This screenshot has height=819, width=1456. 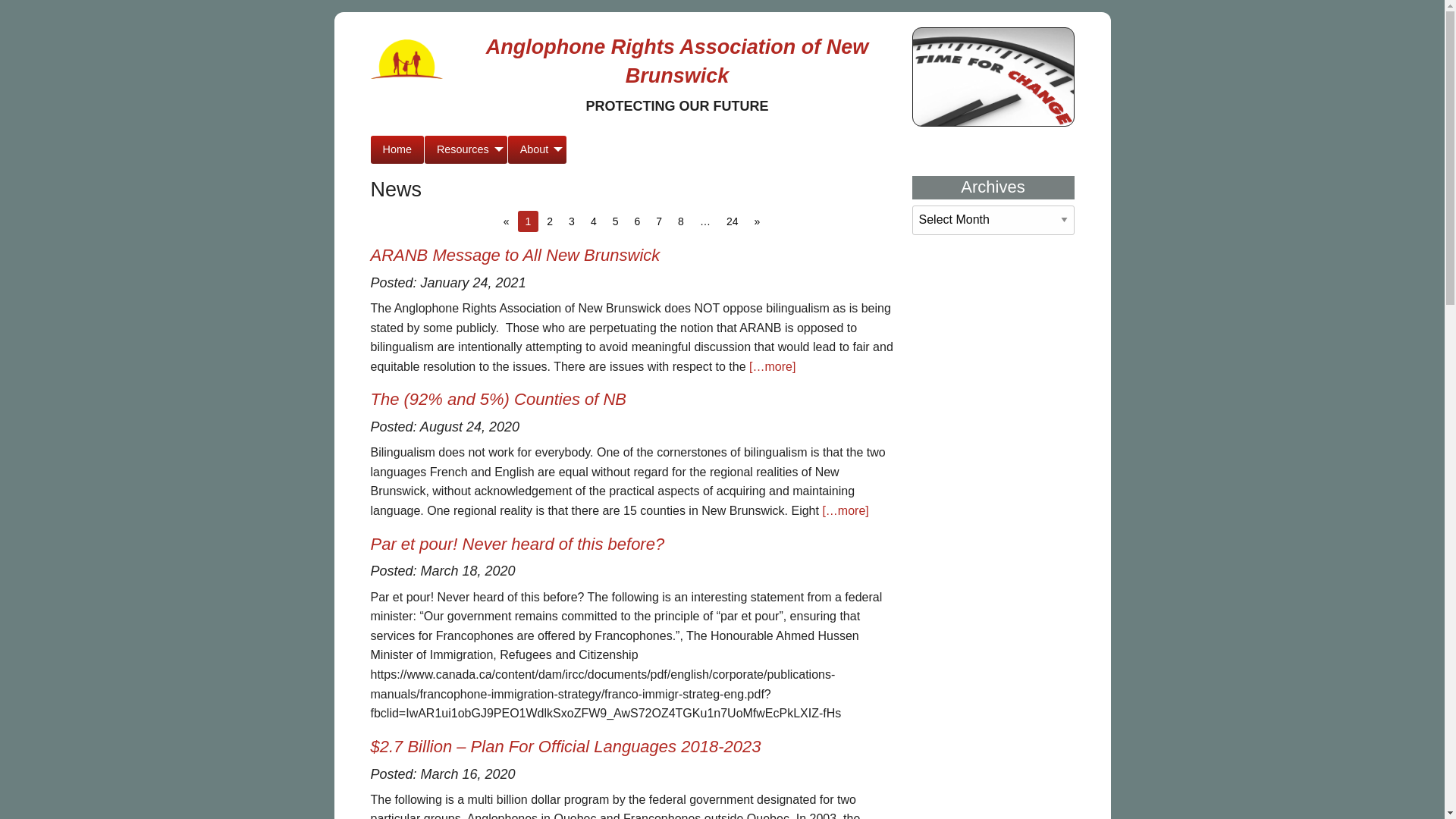 I want to click on 'Anglophone Rights Association of New Brunswick', so click(x=676, y=61).